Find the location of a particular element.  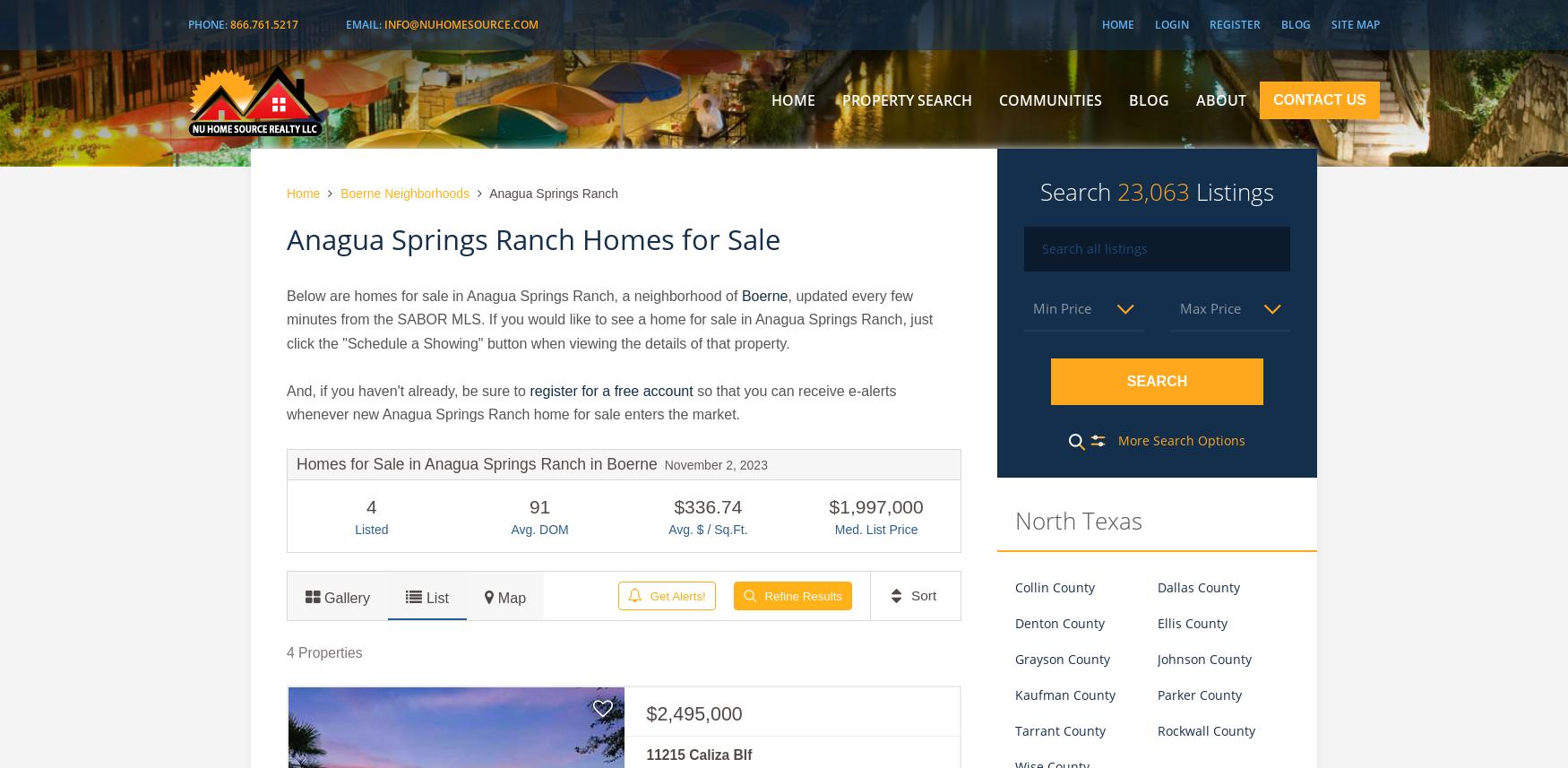

'Parker County' is located at coordinates (1199, 694).